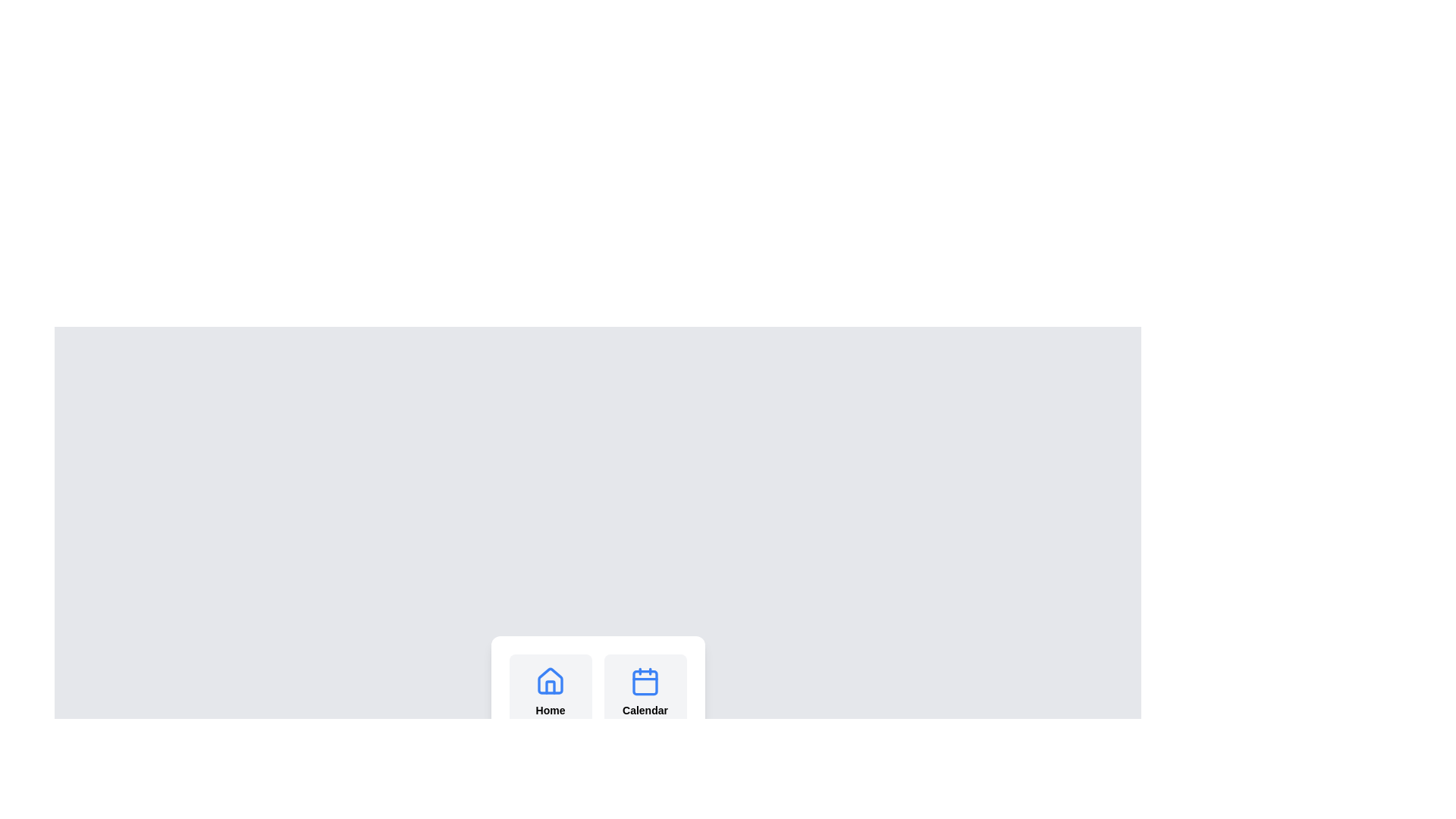 The width and height of the screenshot is (1456, 819). I want to click on the navigational card button located as the second card in a horizontal row of four, positioned between the 'Home' card and the 'Notification' card, so click(645, 692).